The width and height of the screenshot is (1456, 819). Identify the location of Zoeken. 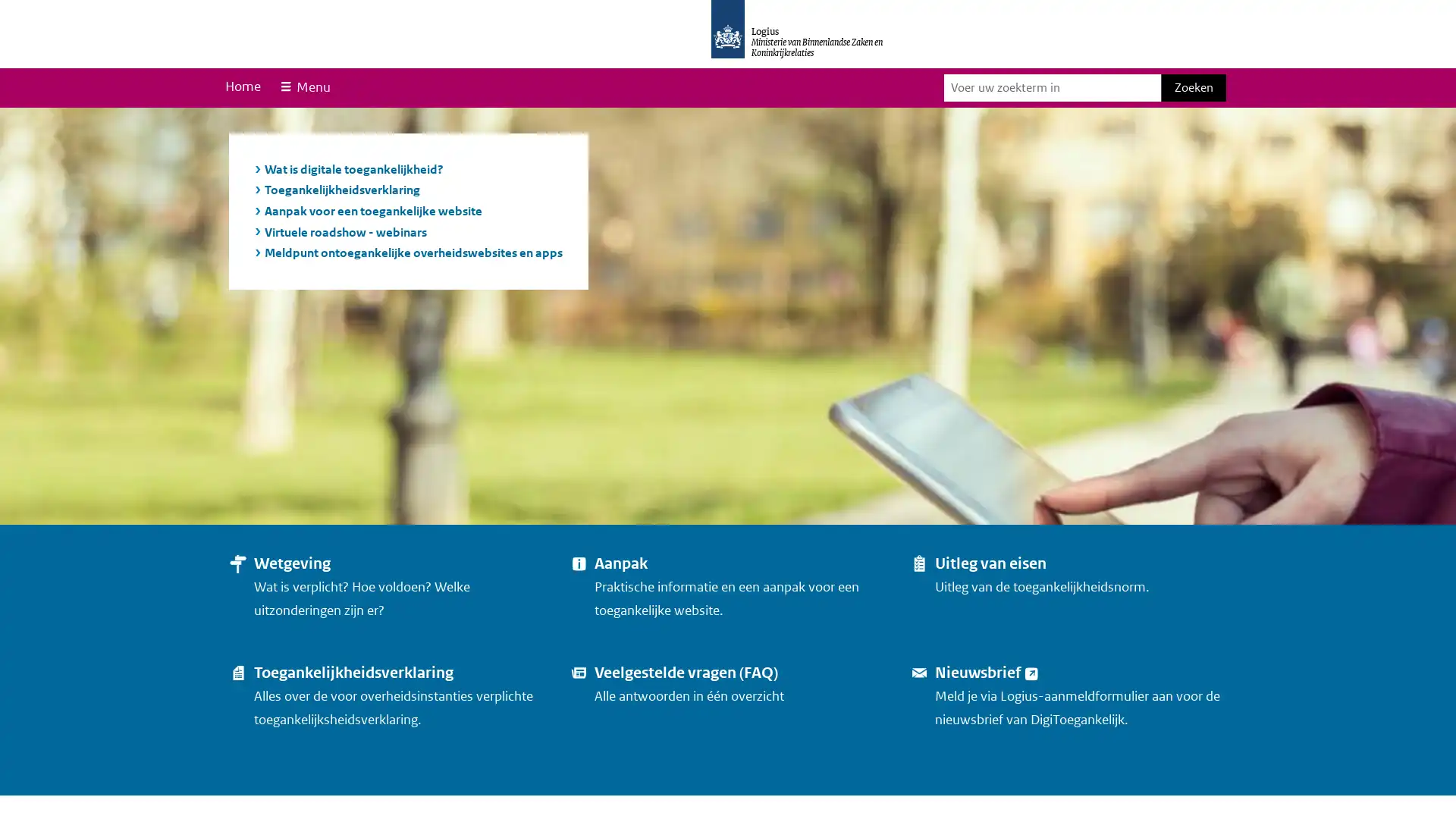
(1193, 87).